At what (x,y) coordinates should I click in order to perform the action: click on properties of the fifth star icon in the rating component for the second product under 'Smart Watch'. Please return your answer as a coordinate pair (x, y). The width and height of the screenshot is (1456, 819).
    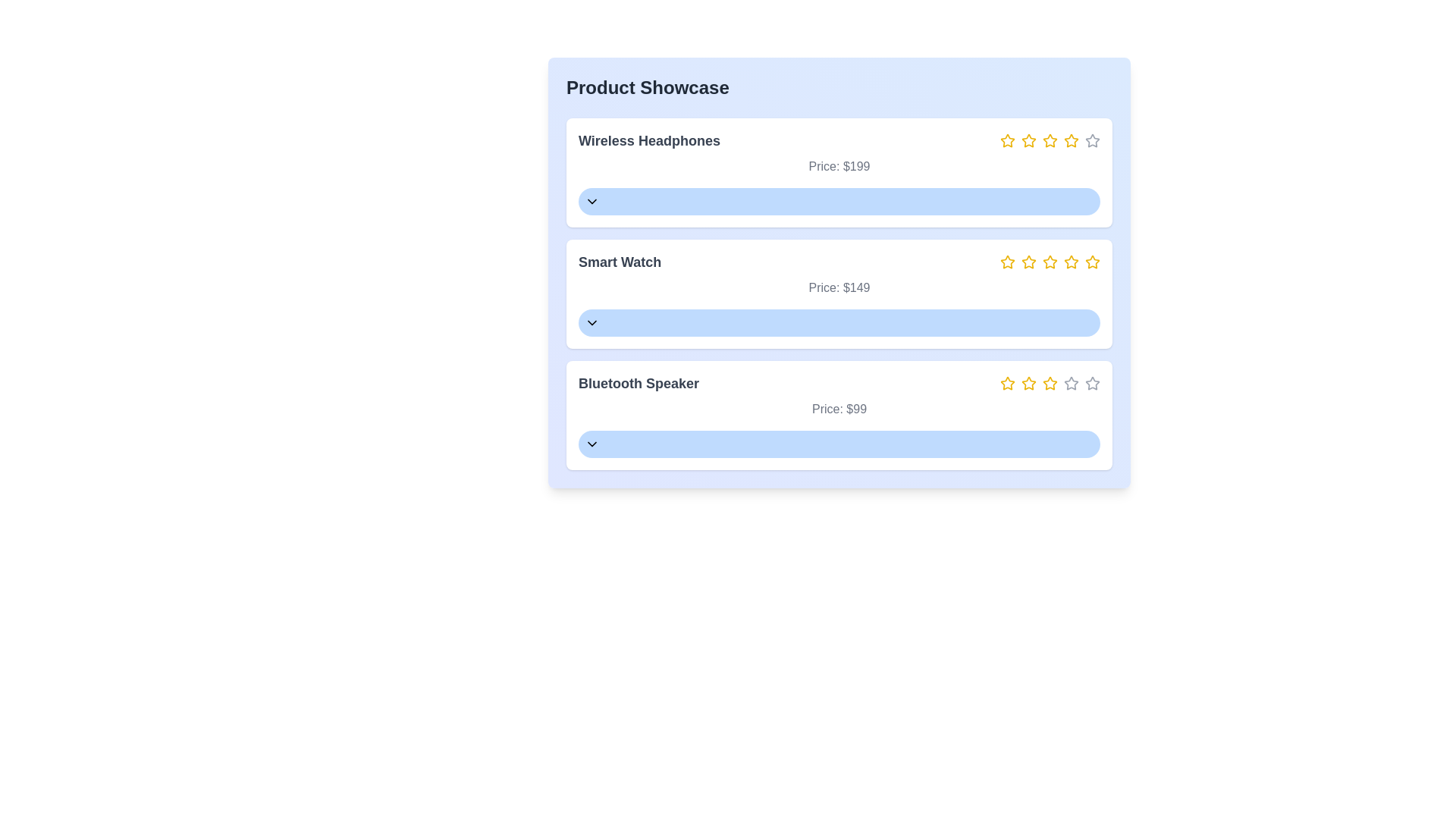
    Looking at the image, I should click on (1092, 262).